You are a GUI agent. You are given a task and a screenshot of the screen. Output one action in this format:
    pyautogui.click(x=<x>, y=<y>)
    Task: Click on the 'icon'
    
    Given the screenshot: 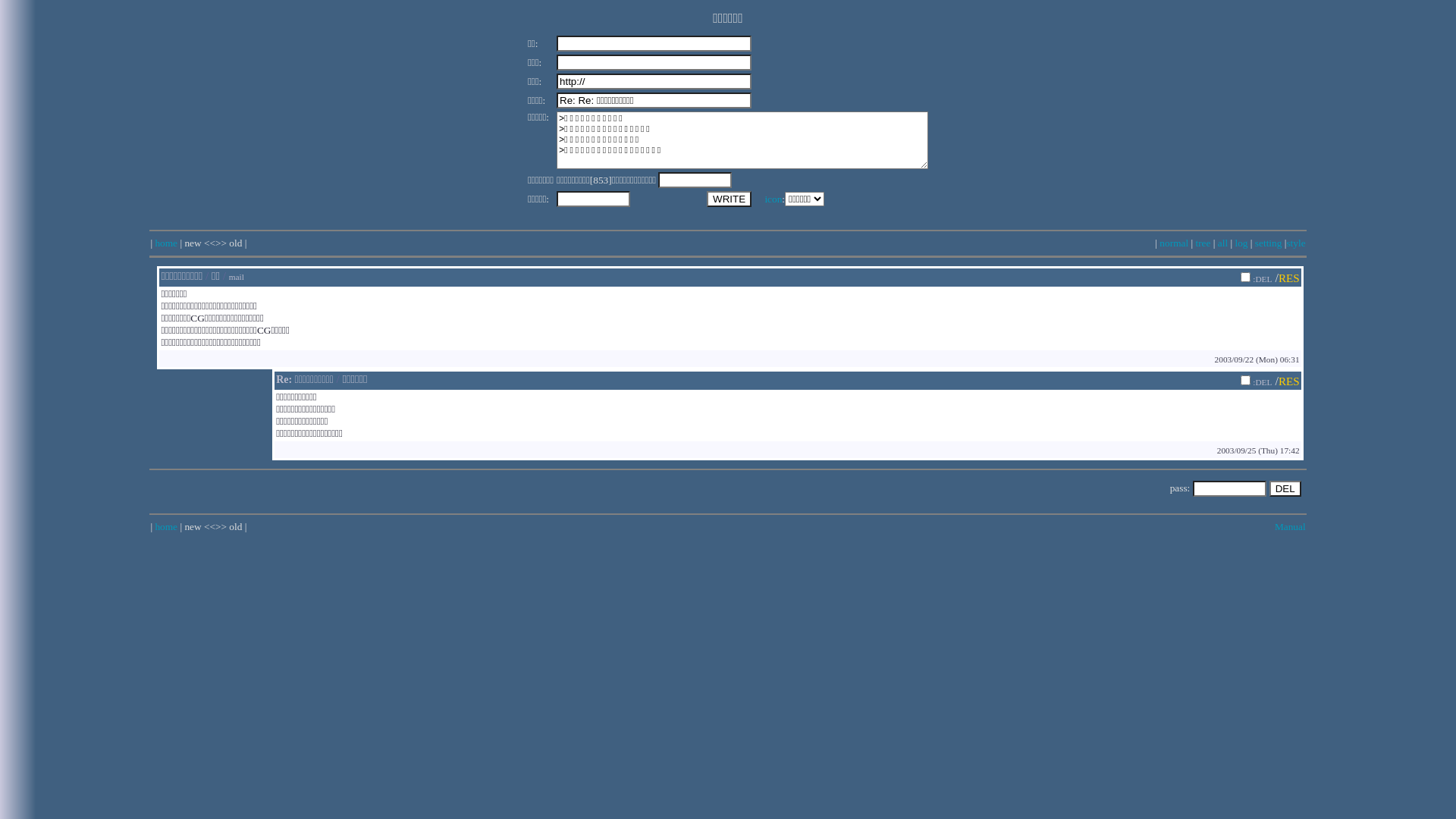 What is the action you would take?
    pyautogui.click(x=764, y=198)
    